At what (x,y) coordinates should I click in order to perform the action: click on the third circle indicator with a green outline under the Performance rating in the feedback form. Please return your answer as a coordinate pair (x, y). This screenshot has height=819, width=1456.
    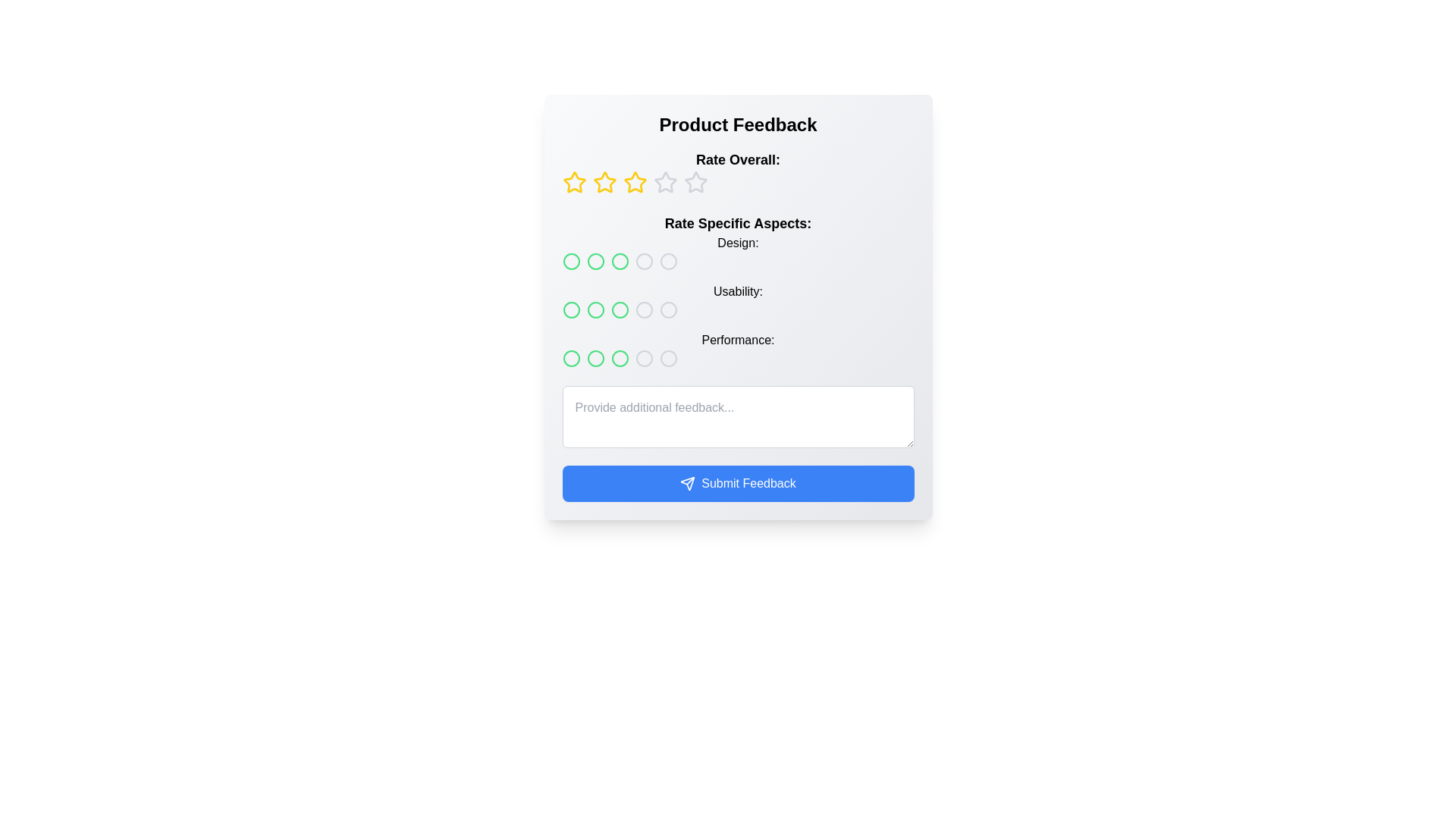
    Looking at the image, I should click on (595, 359).